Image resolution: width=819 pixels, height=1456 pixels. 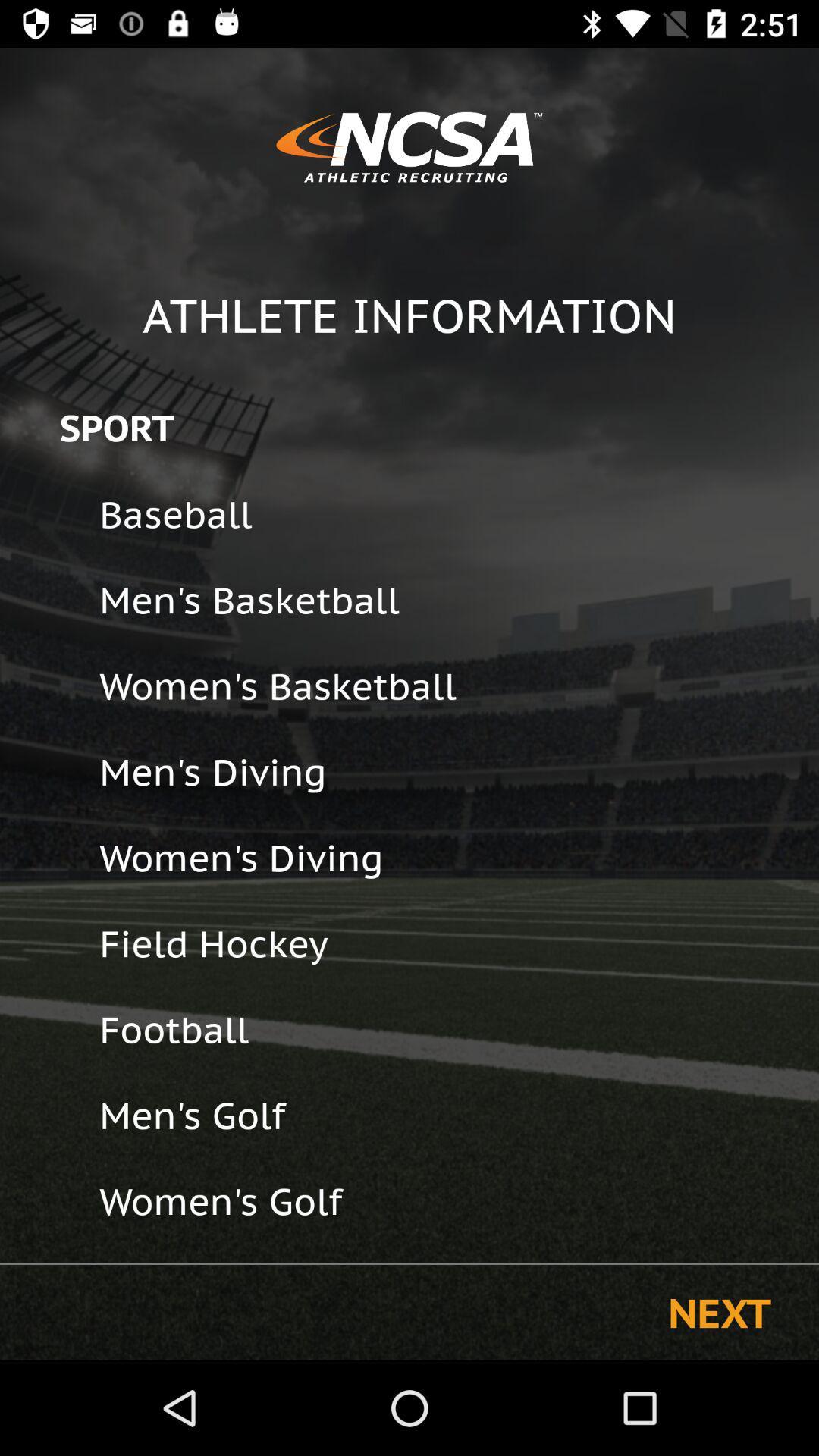 What do you see at coordinates (448, 514) in the screenshot?
I see `the icon above the men's basketball icon` at bounding box center [448, 514].